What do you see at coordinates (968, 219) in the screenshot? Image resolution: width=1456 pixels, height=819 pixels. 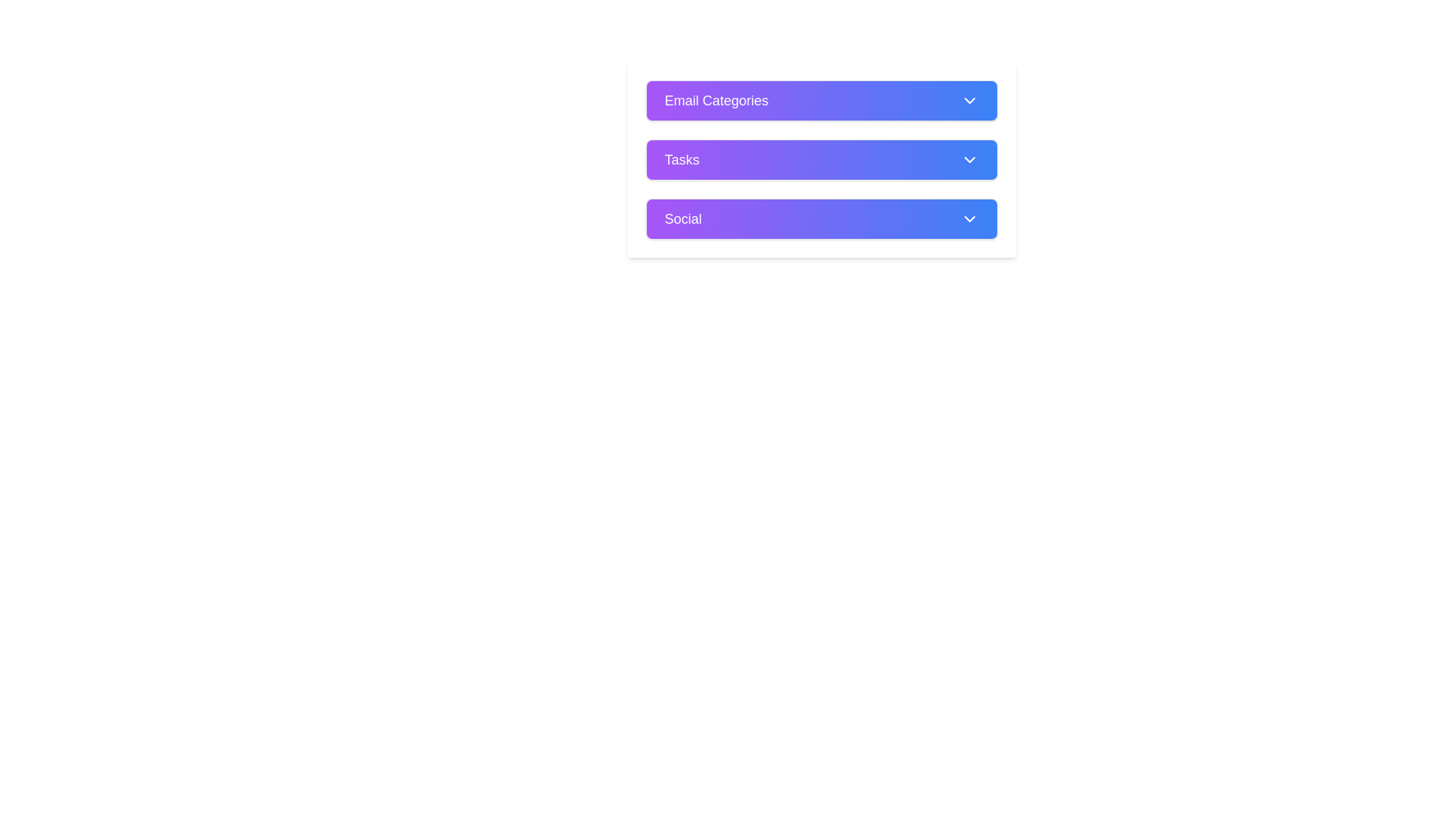 I see `the chevron icon button located at the right end of the 'Social' bar` at bounding box center [968, 219].